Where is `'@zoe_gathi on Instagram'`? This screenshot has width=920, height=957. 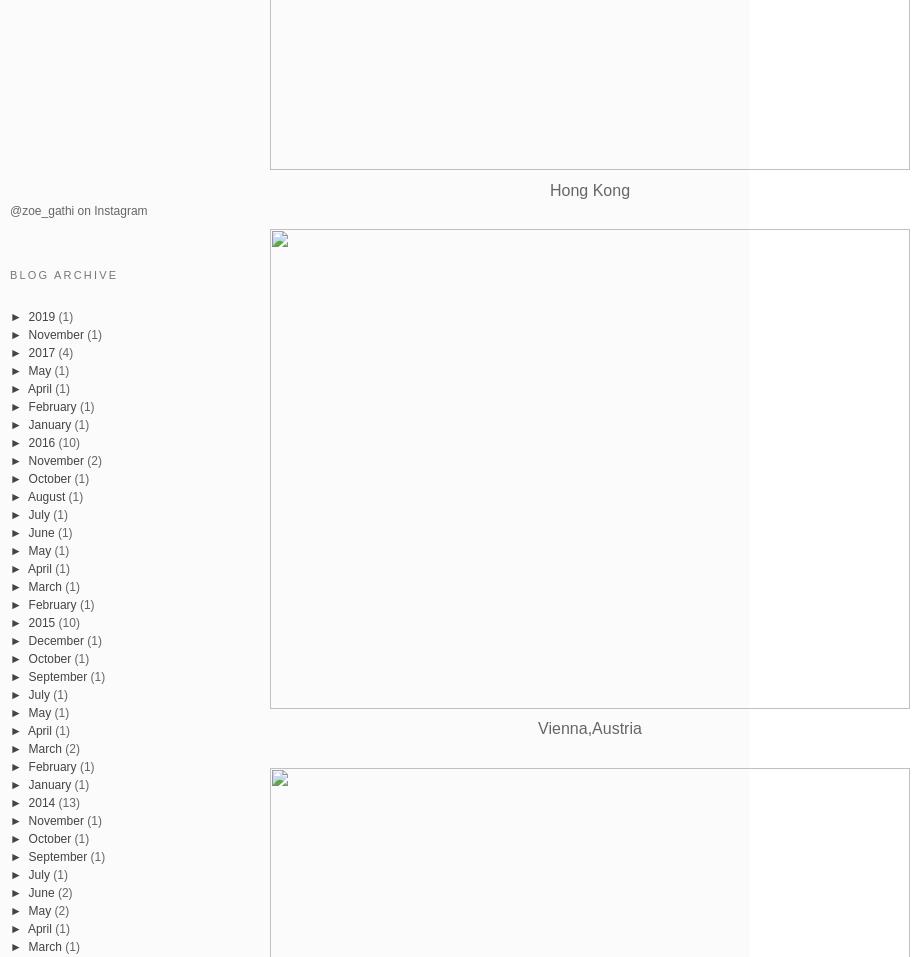
'@zoe_gathi on Instagram' is located at coordinates (78, 208).